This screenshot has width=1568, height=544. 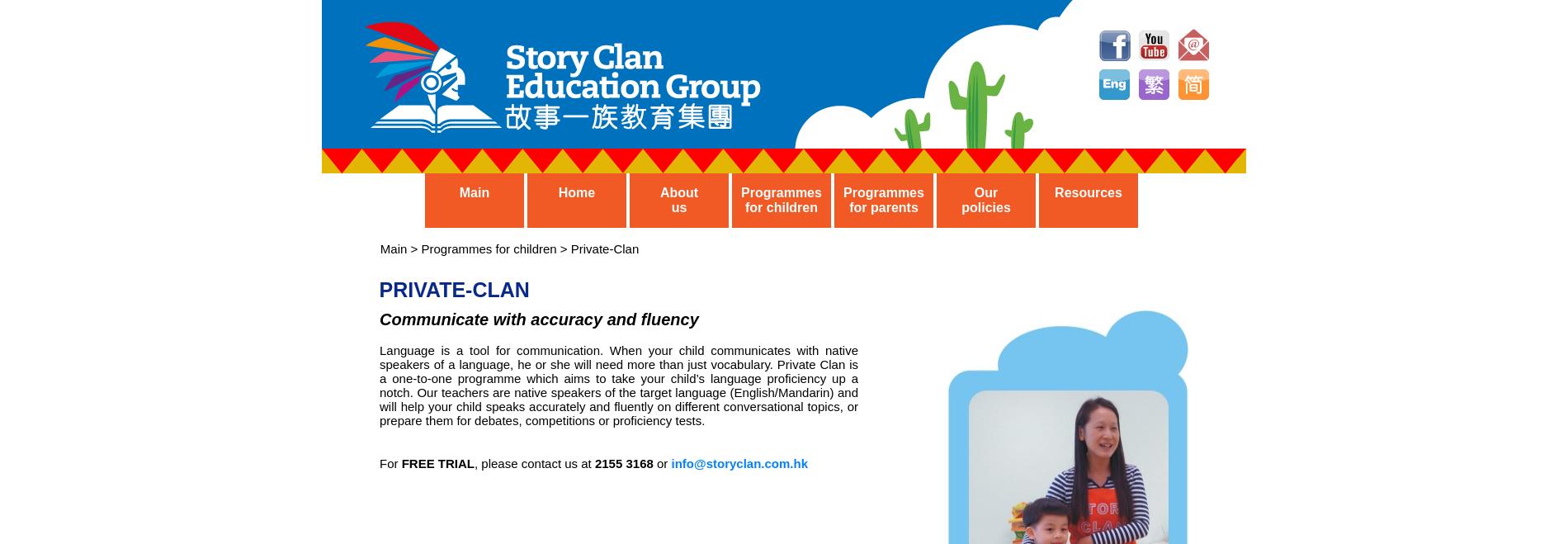 I want to click on ', please contact us at', so click(x=534, y=463).